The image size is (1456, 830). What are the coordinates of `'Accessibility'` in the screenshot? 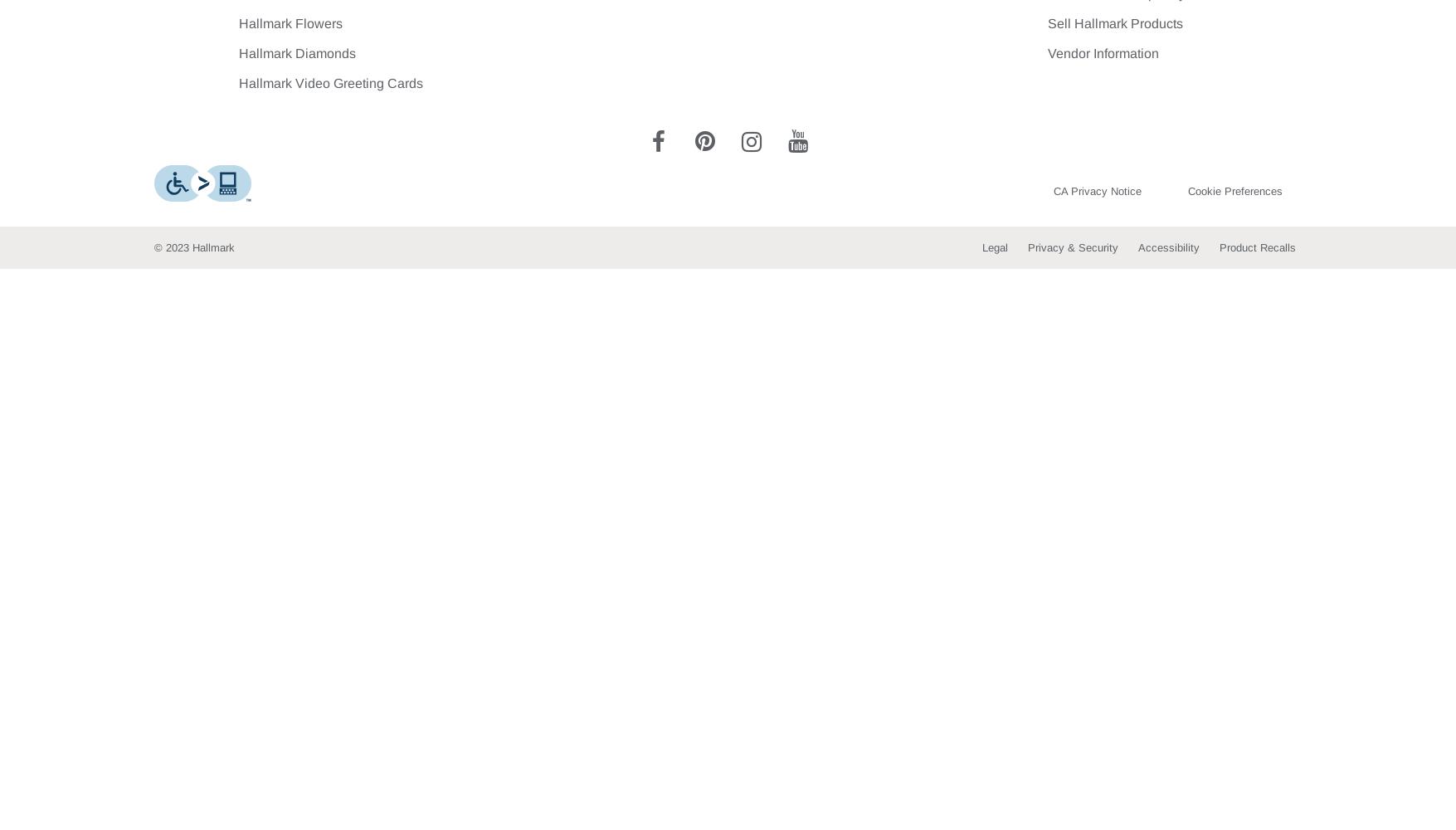 It's located at (1137, 247).